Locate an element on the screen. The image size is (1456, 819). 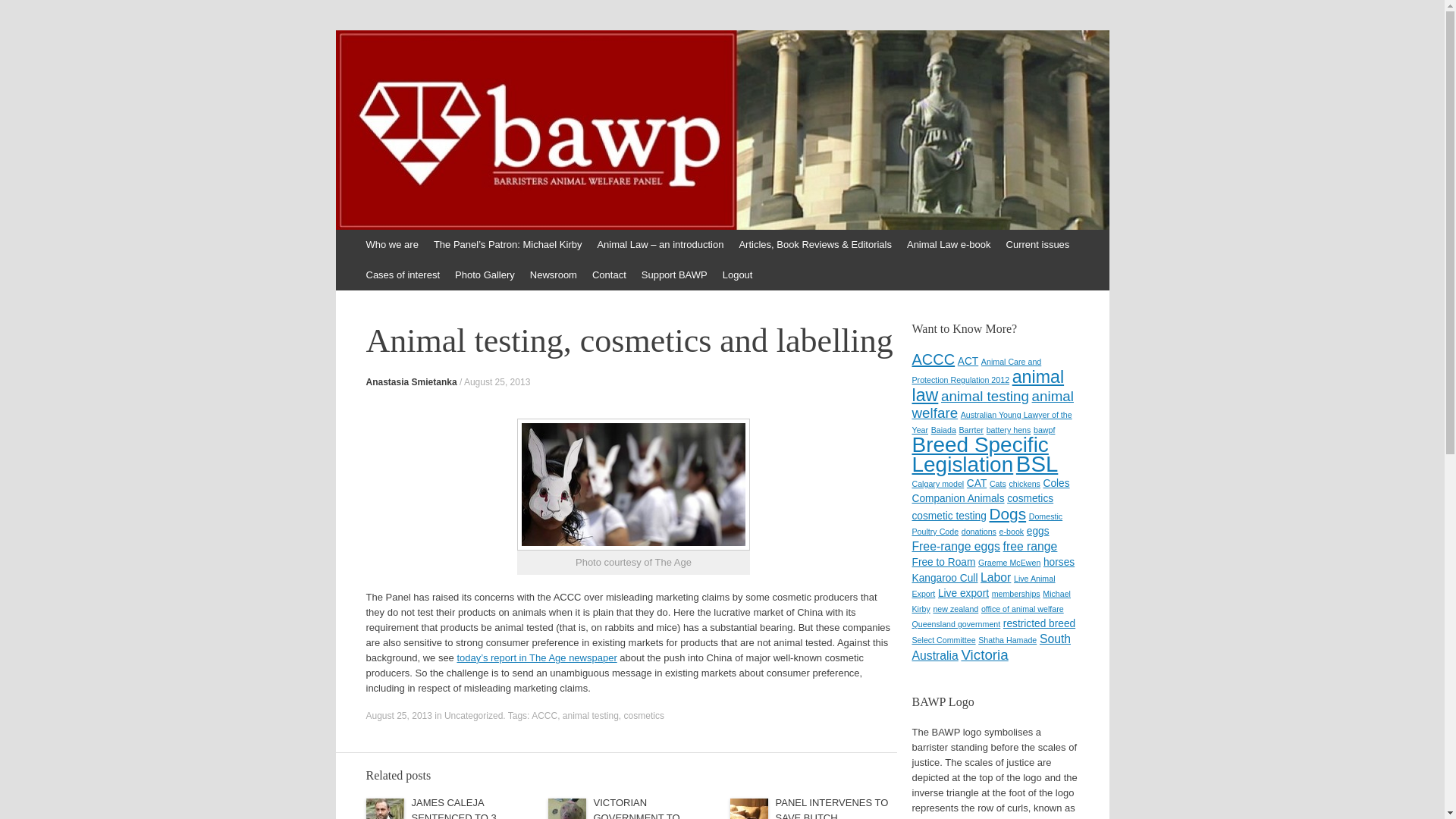
'Barrter' is located at coordinates (971, 430).